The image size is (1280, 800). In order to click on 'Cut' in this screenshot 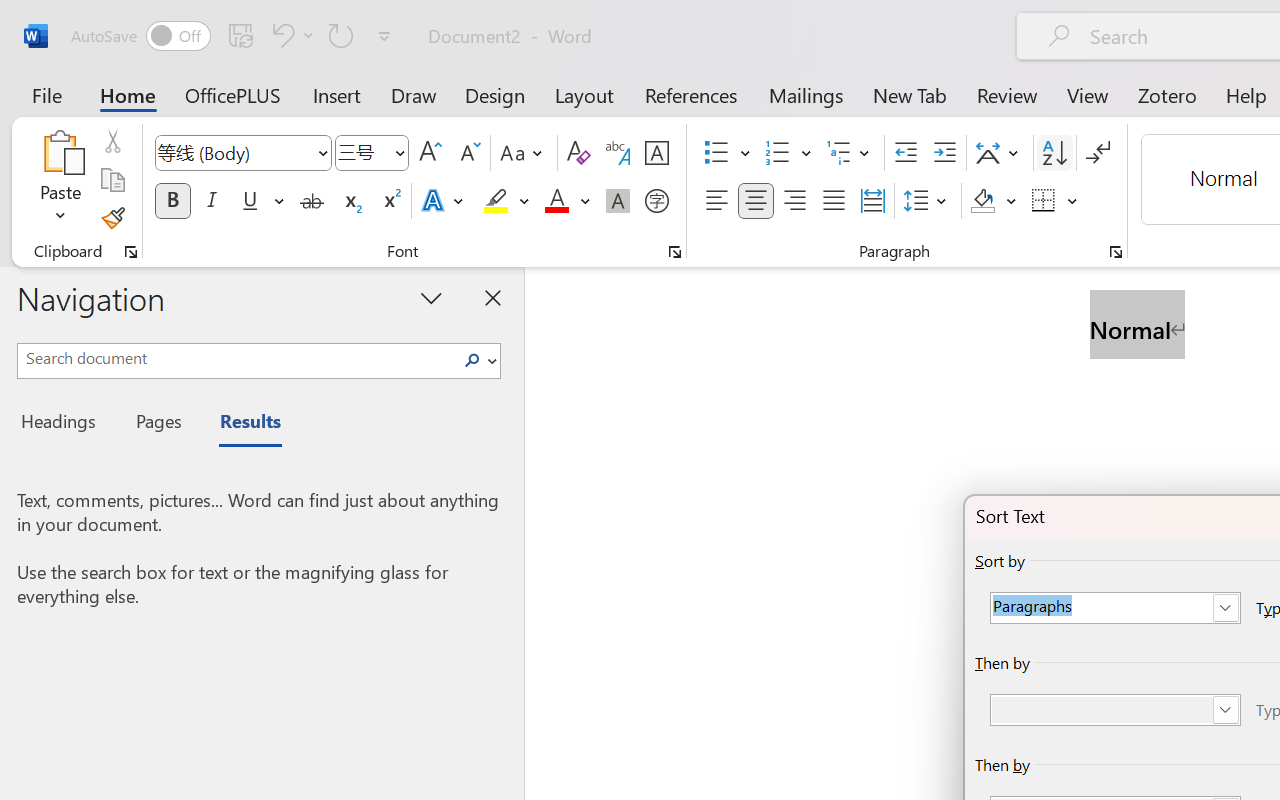, I will do `click(111, 141)`.